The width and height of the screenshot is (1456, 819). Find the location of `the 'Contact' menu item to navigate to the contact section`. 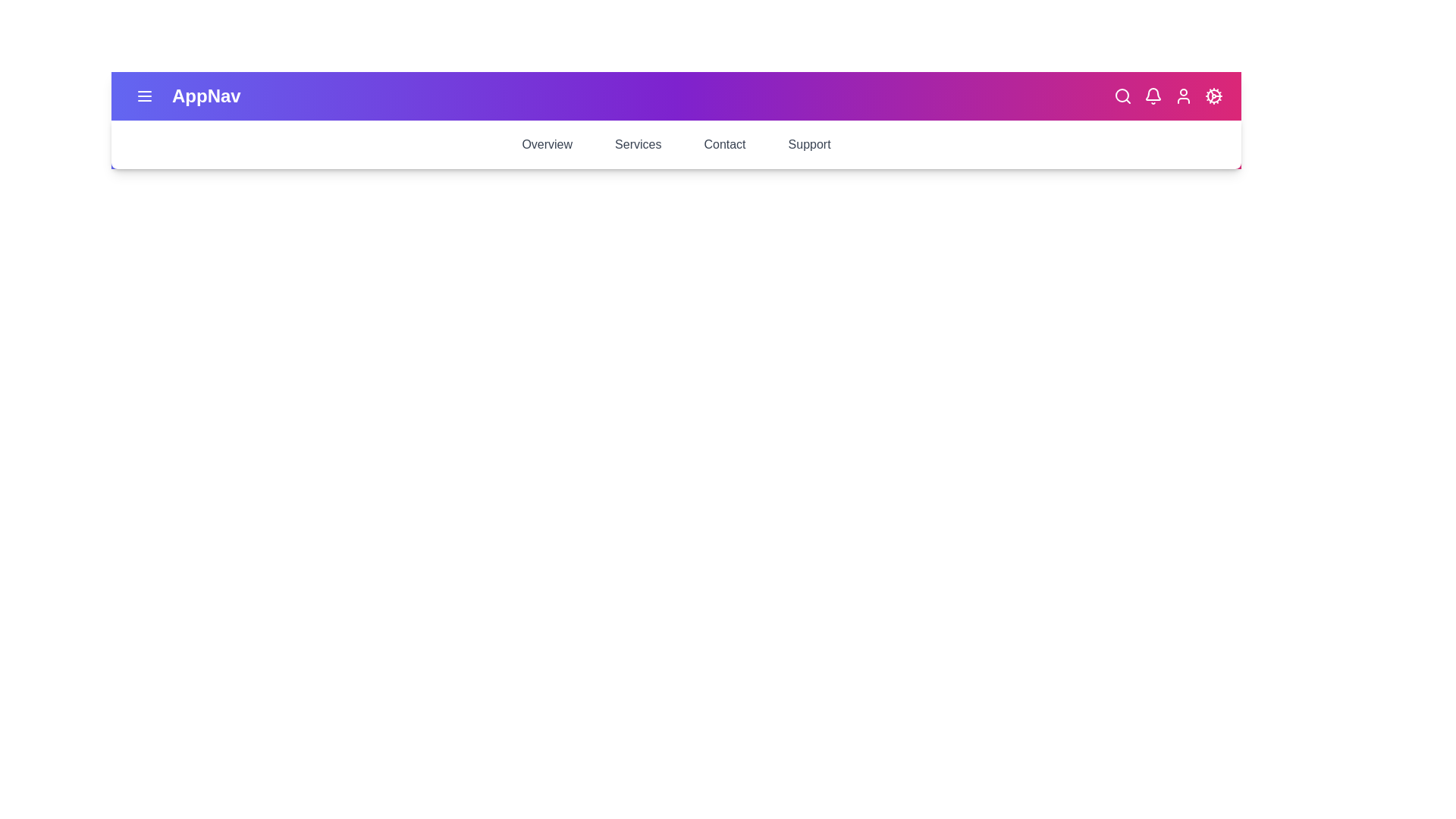

the 'Contact' menu item to navigate to the contact section is located at coordinates (723, 145).